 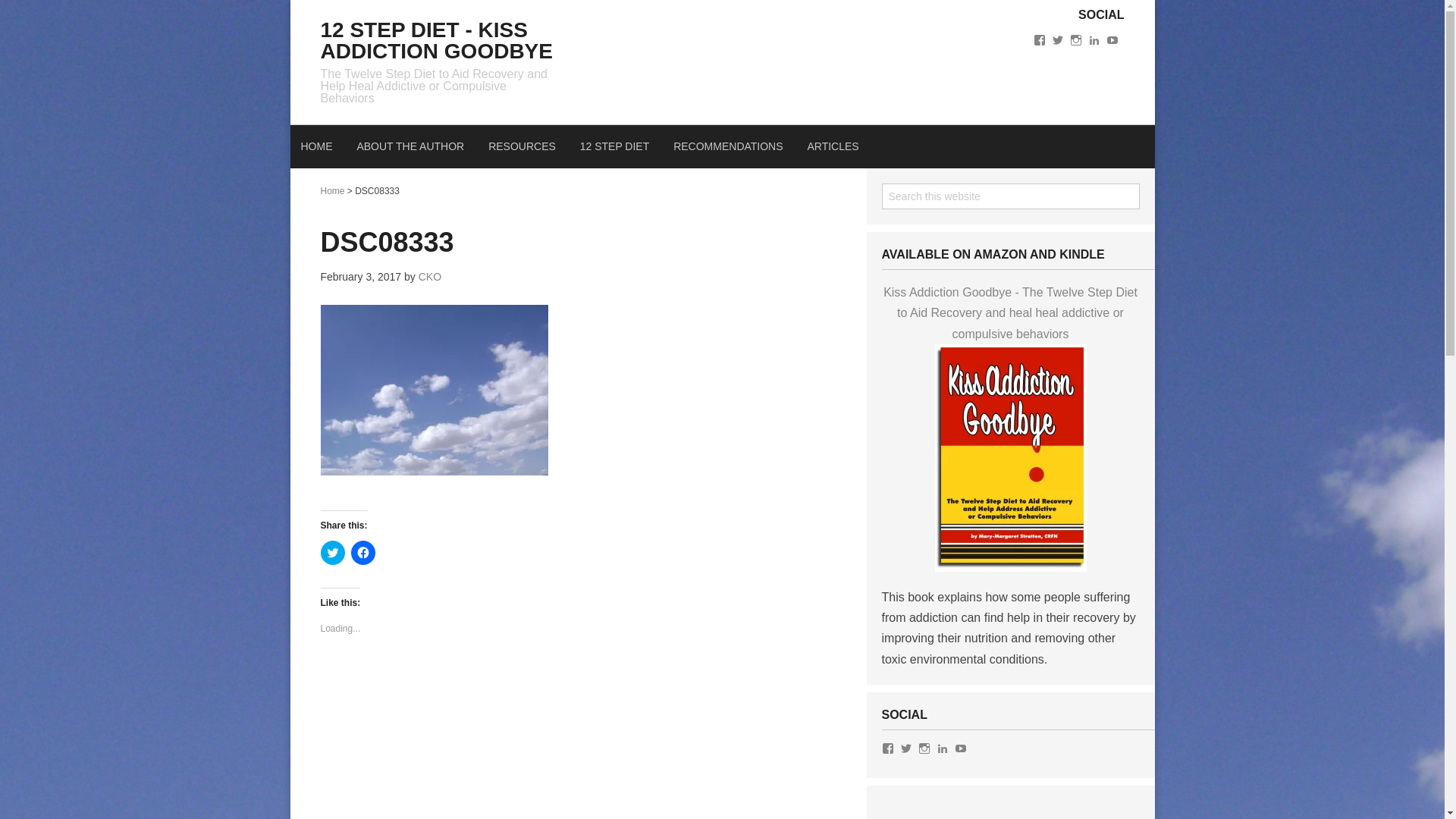 I want to click on 'Home', so click(x=331, y=190).